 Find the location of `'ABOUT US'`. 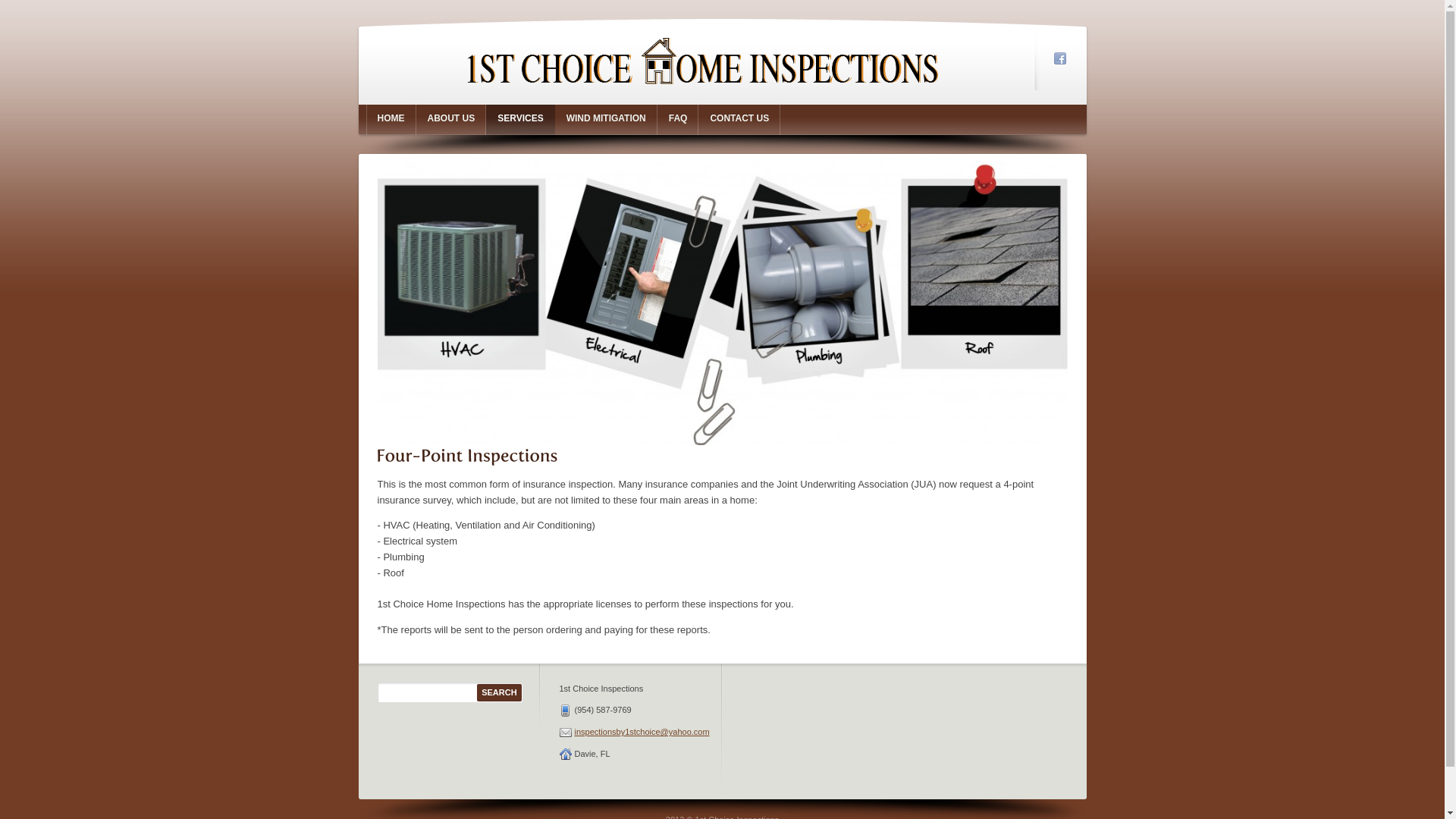

'ABOUT US' is located at coordinates (415, 119).